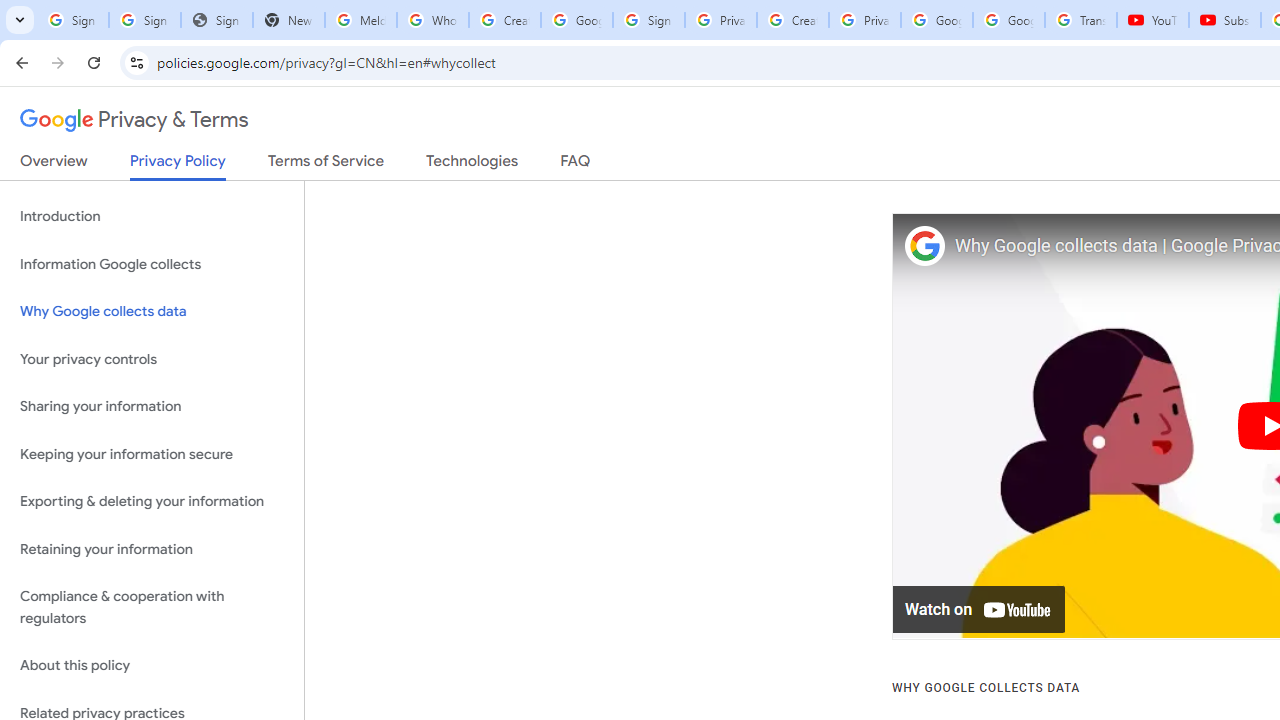 The image size is (1280, 720). Describe the element at coordinates (923, 245) in the screenshot. I see `'Photo image of Google'` at that location.